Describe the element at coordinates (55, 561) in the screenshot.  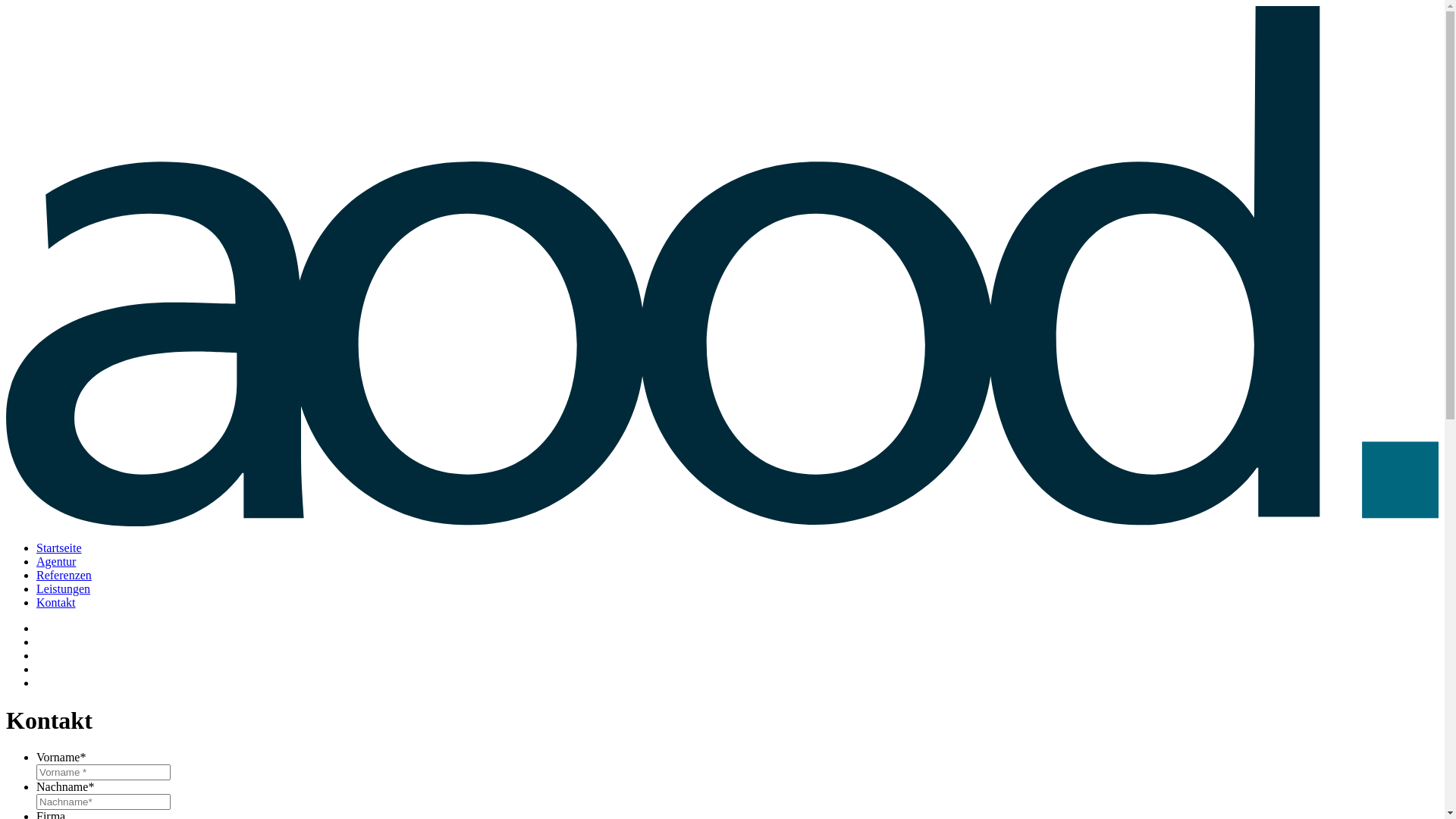
I see `'Agentur'` at that location.